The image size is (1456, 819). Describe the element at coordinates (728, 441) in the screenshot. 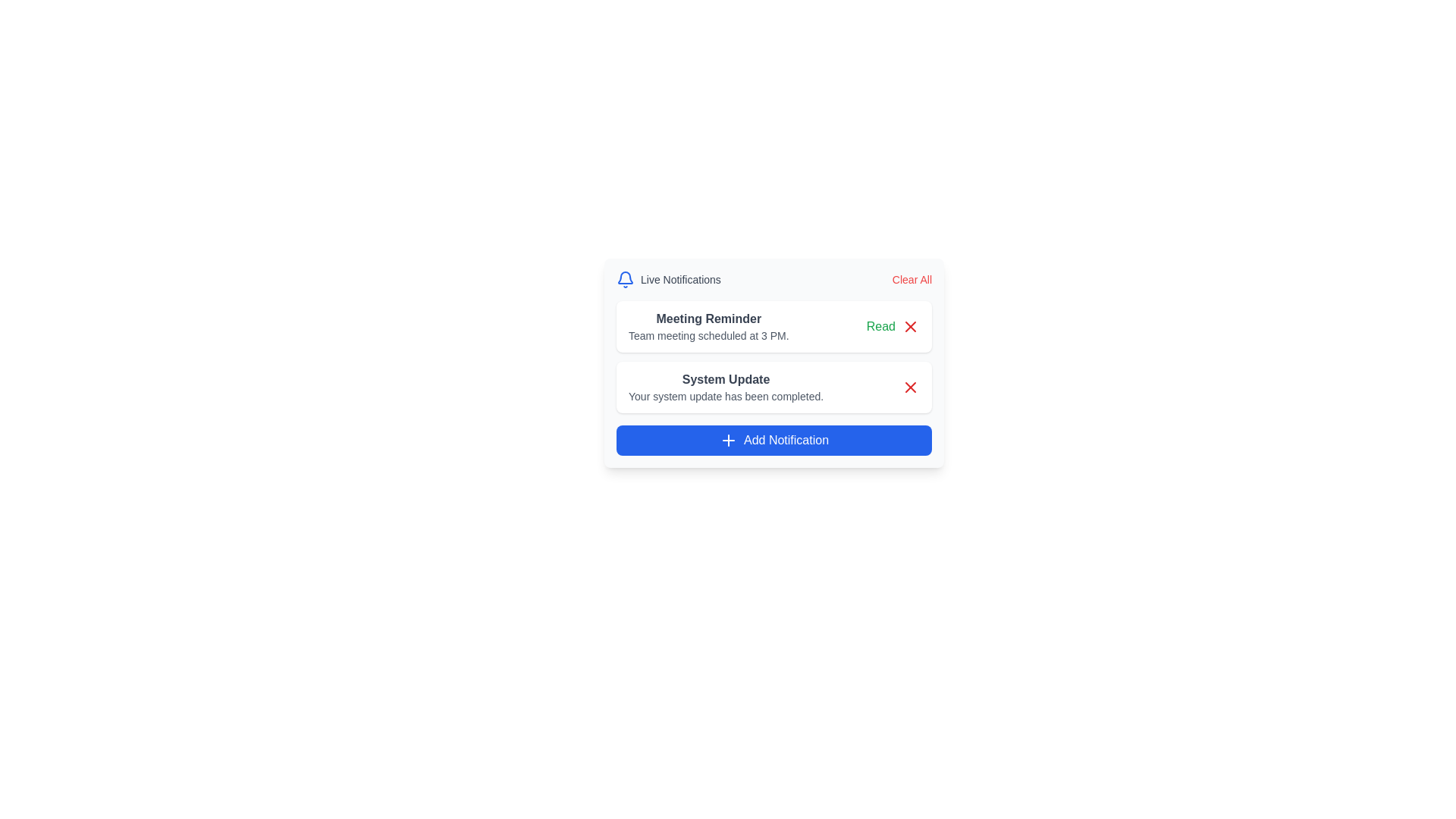

I see `the 'add' icon located within the 'Add Notification' button in the notification panel` at that location.